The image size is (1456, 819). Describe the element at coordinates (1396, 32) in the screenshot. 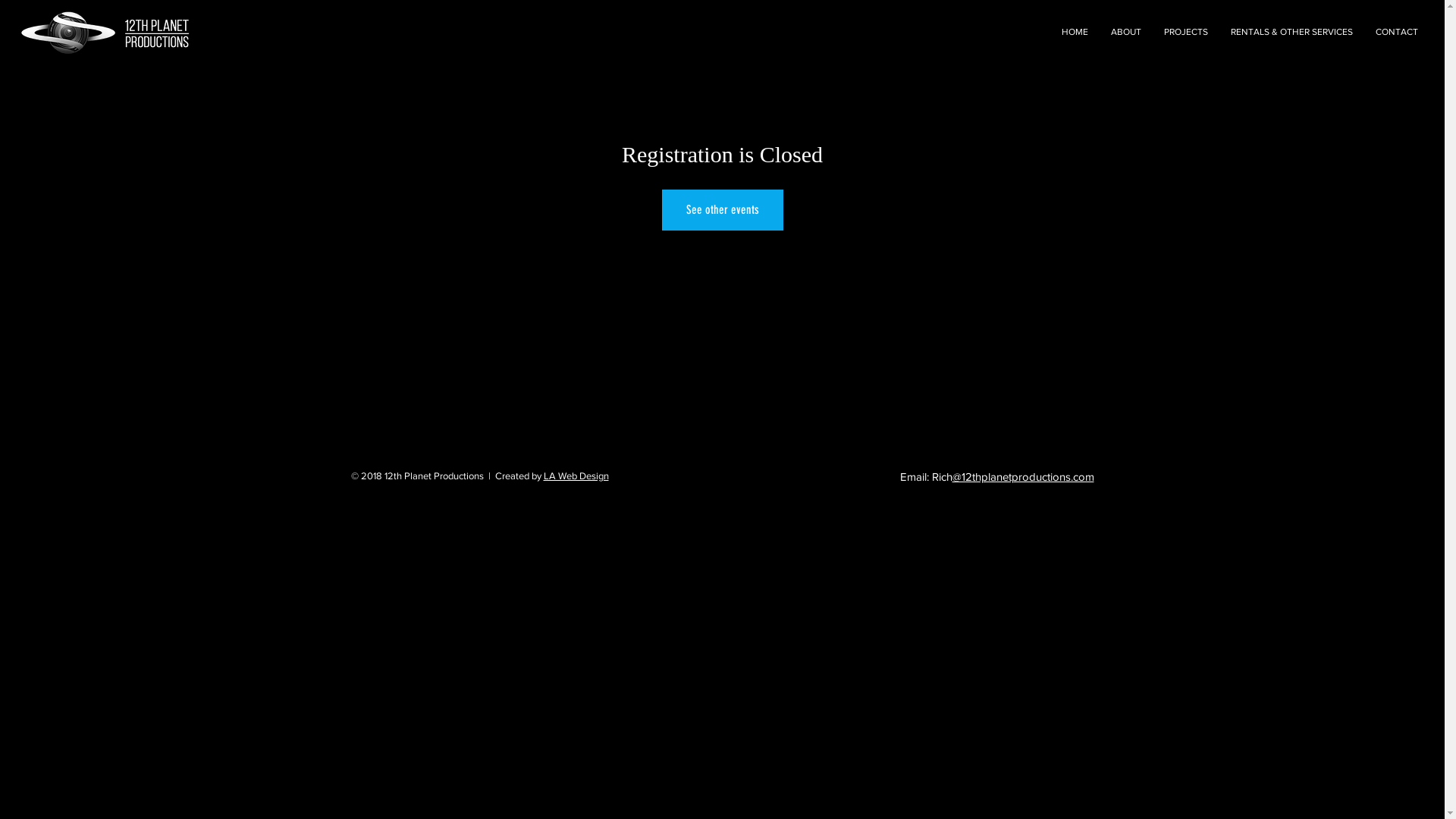

I see `'CONTACT'` at that location.